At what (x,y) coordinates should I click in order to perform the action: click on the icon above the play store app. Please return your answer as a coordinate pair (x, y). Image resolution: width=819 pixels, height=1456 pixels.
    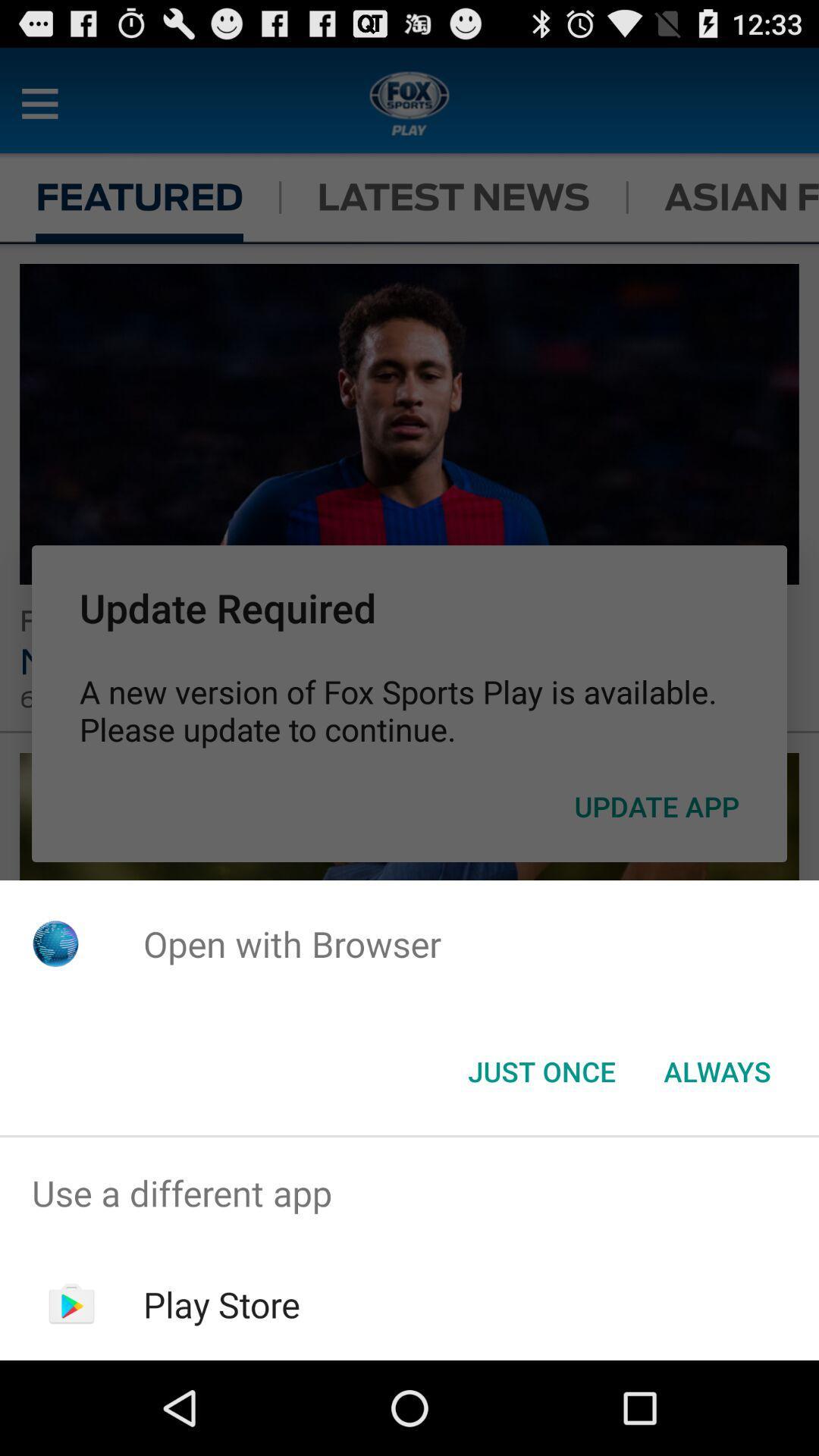
    Looking at the image, I should click on (409, 1192).